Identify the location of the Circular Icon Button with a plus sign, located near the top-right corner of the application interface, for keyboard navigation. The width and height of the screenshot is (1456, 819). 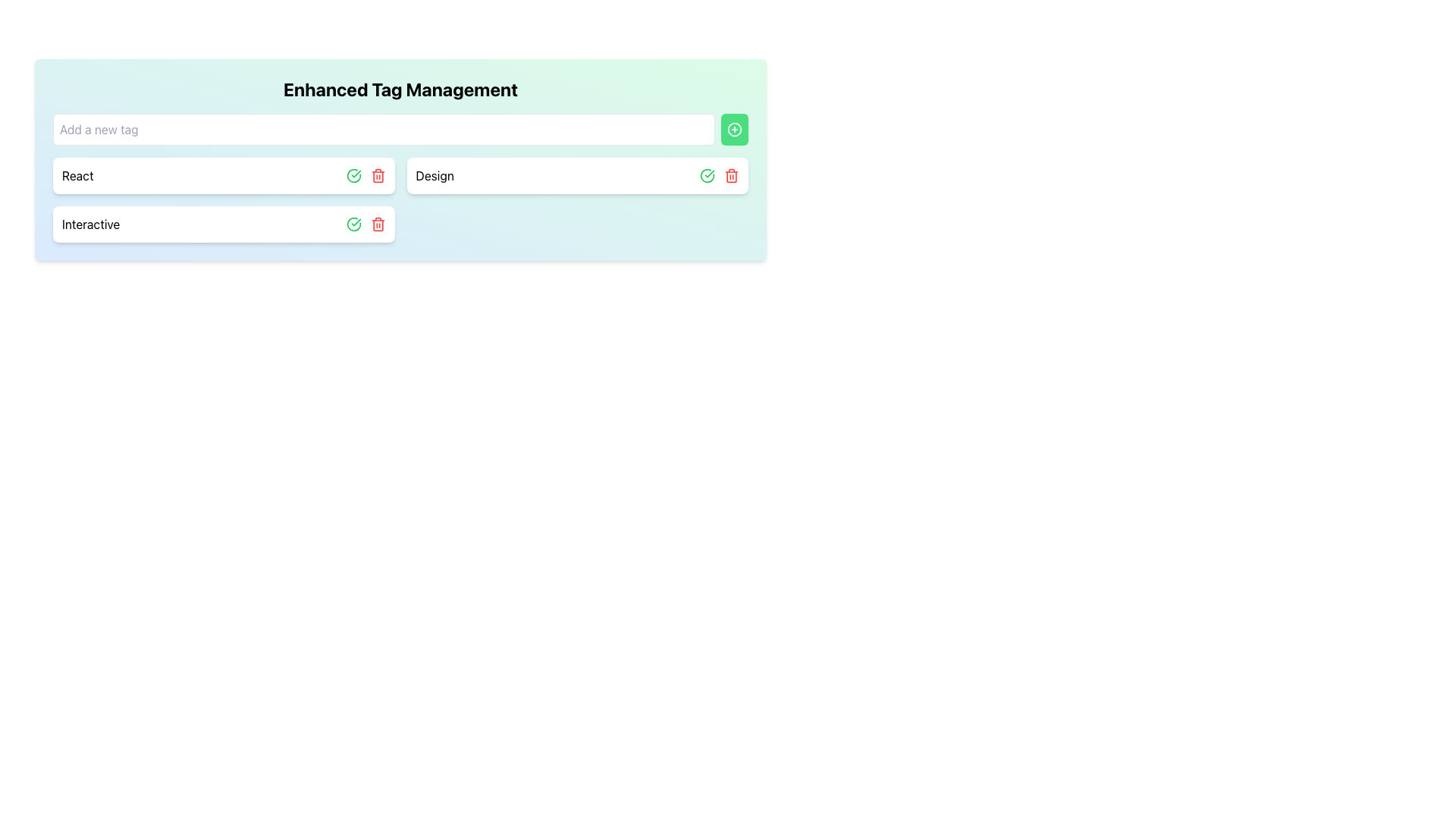
(735, 128).